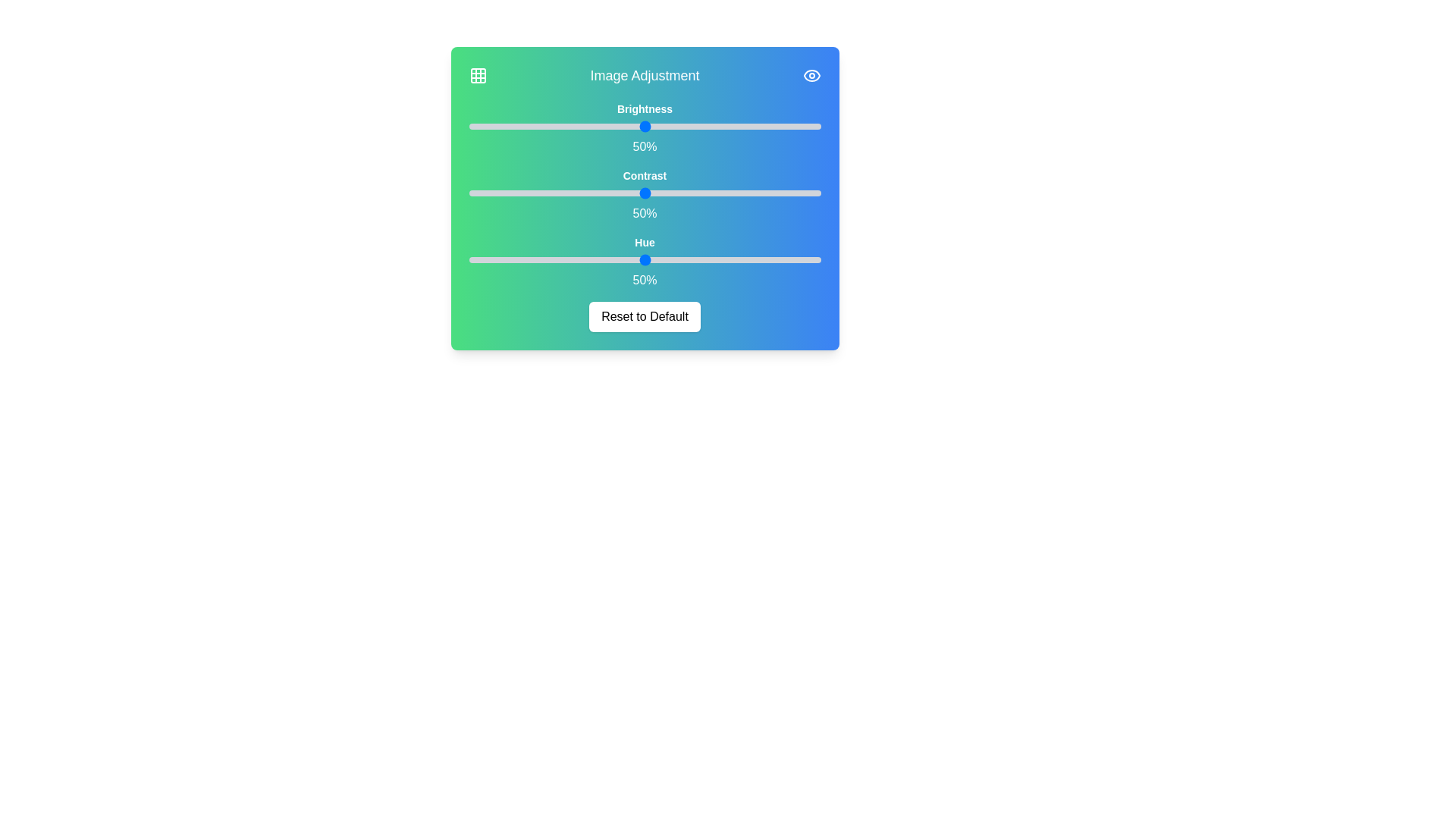 The height and width of the screenshot is (819, 1456). What do you see at coordinates (645, 315) in the screenshot?
I see `'Reset to Default' button to reset the image adjustment settings` at bounding box center [645, 315].